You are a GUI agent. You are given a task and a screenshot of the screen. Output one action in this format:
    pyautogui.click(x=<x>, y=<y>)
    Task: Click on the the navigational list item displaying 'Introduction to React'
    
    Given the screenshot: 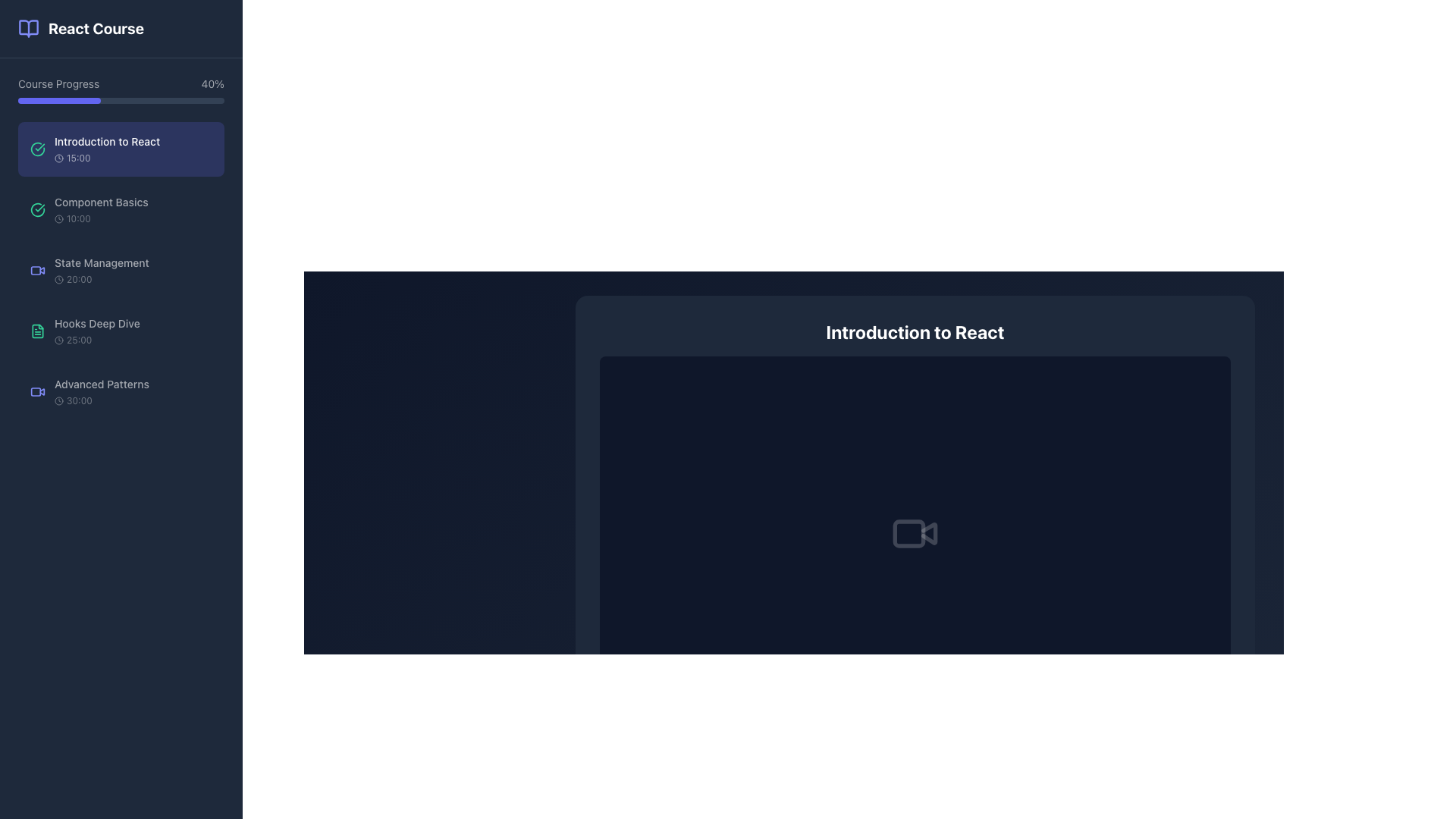 What is the action you would take?
    pyautogui.click(x=133, y=149)
    